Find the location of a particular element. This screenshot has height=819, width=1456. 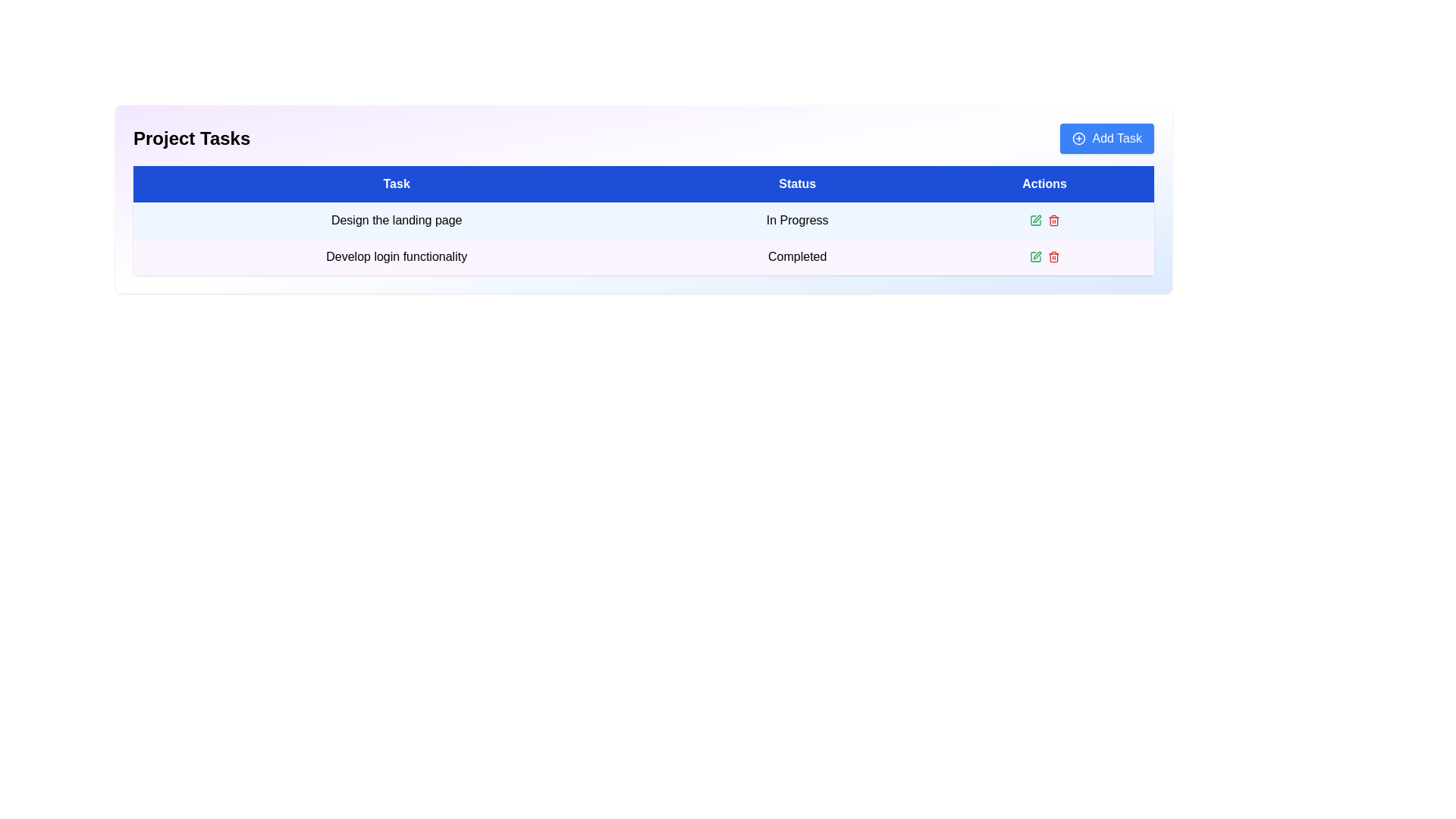

the decorative graphic element, which is a minimalistic square outline with rounded corners located in the action section of the second row of the task table is located at coordinates (1034, 220).